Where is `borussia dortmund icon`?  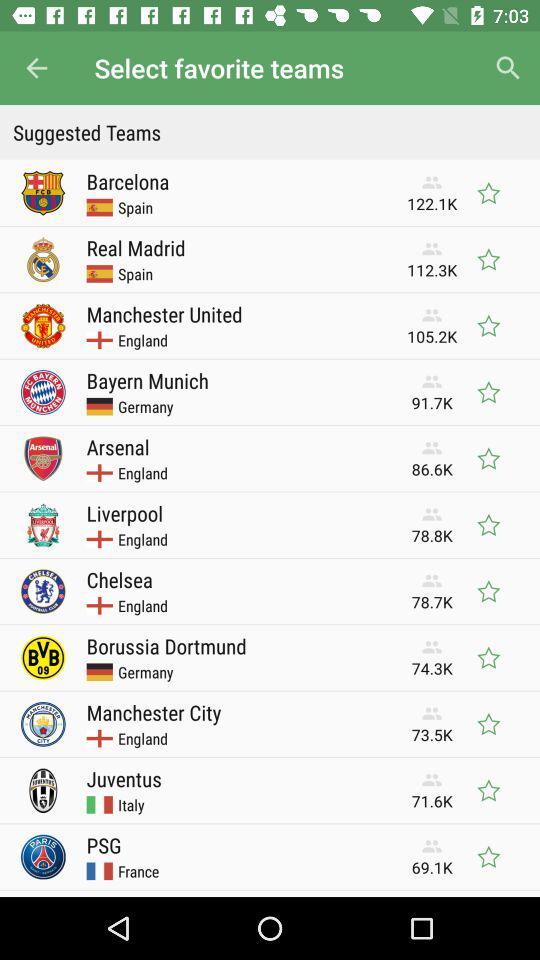 borussia dortmund icon is located at coordinates (165, 645).